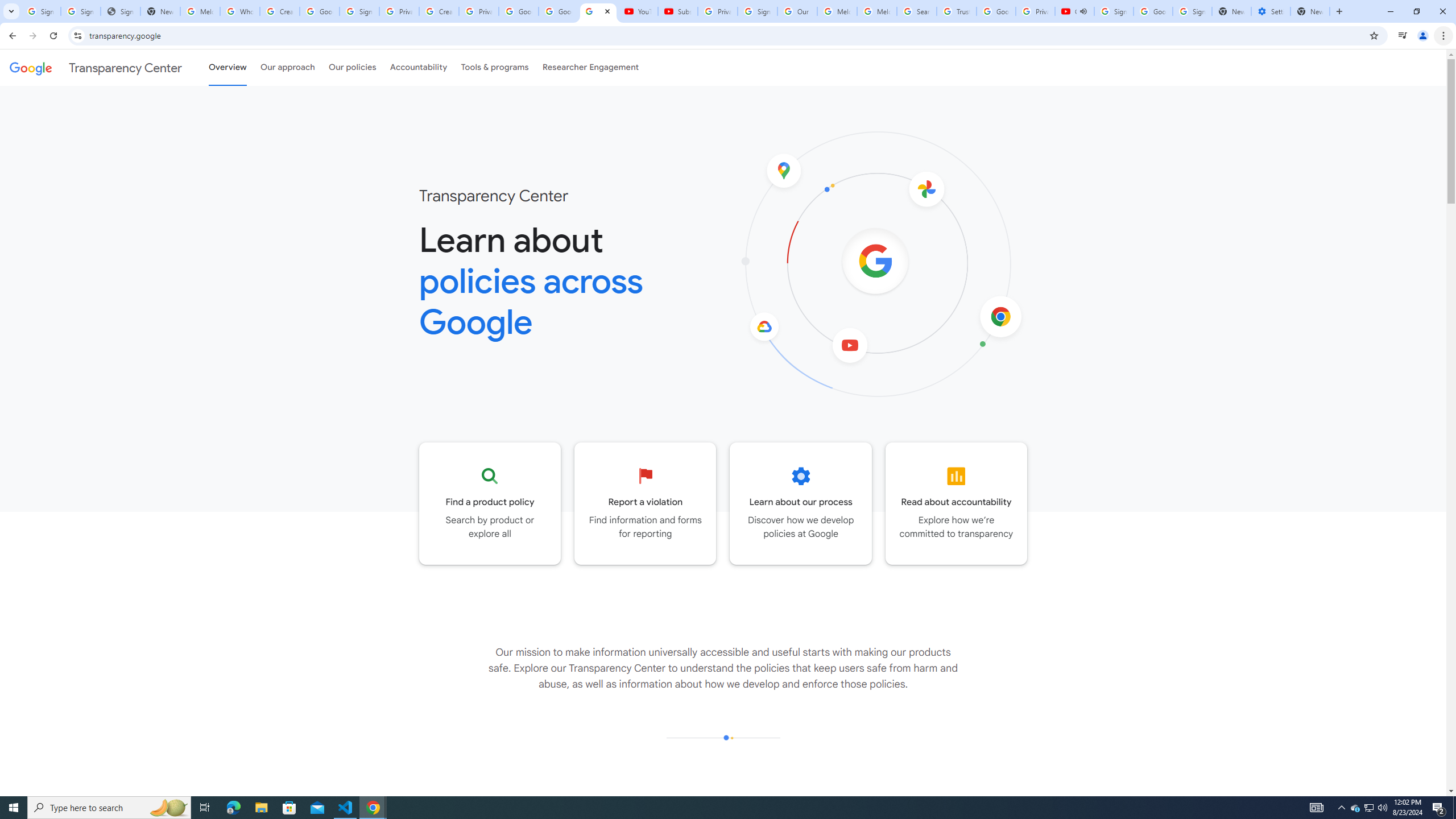 The image size is (1456, 819). Describe the element at coordinates (239, 11) in the screenshot. I see `'Who is my administrator? - Google Account Help'` at that location.